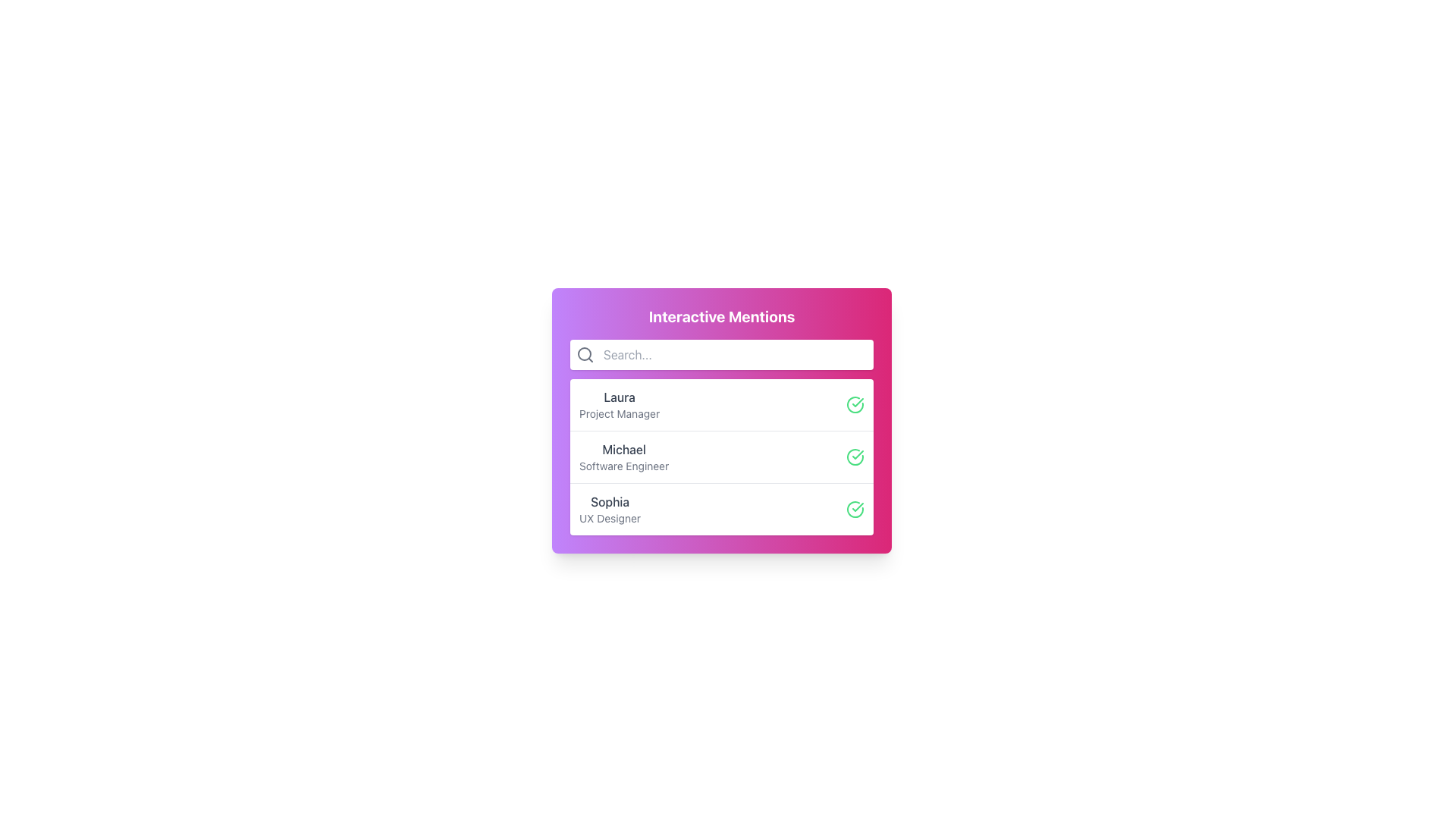  What do you see at coordinates (584, 353) in the screenshot?
I see `the circular element within the magnifying glass icon located to the left of the search input field on the card component` at bounding box center [584, 353].